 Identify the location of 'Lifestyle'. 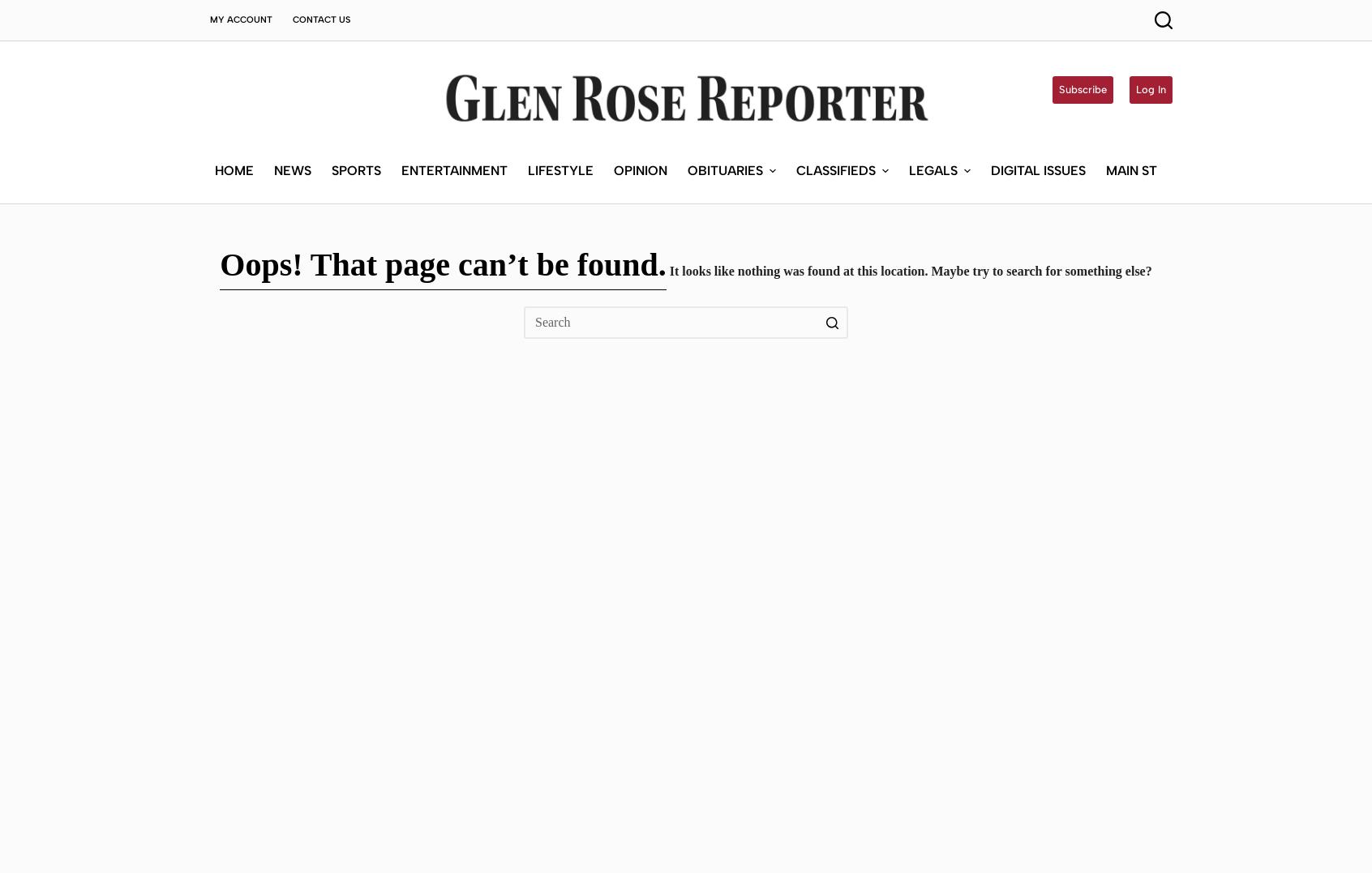
(527, 46).